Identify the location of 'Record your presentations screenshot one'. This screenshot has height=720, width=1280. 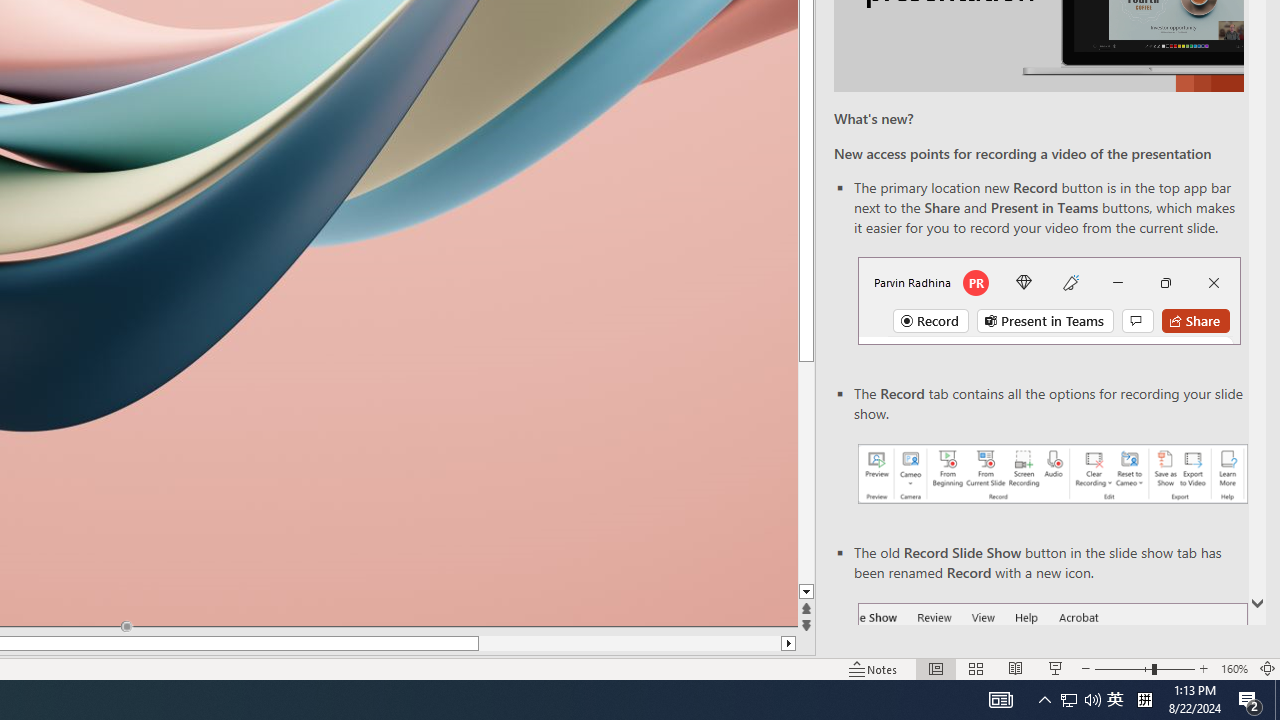
(1051, 474).